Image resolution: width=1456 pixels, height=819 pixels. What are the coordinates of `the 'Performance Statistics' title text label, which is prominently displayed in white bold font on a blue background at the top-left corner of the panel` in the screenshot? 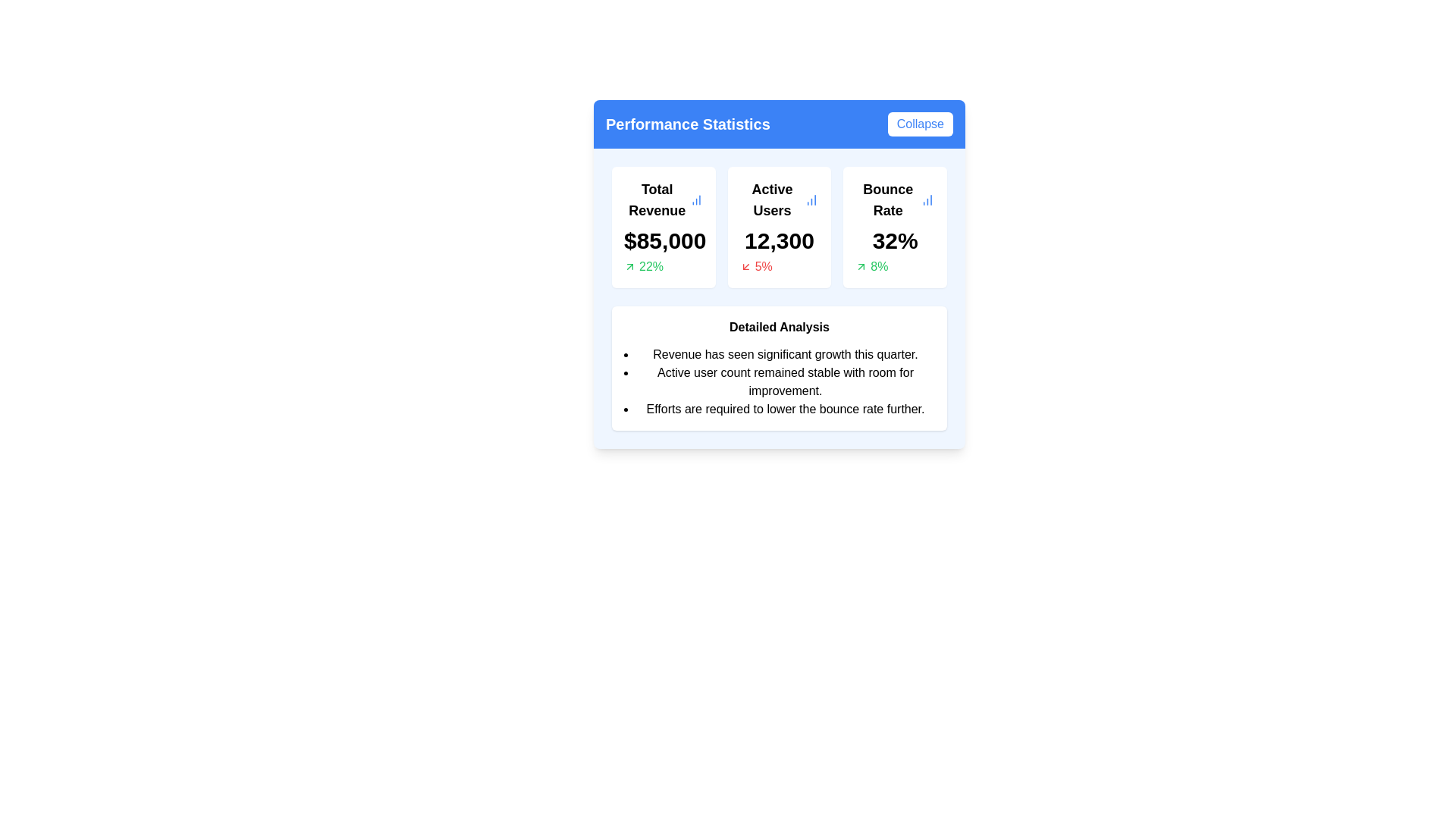 It's located at (687, 124).